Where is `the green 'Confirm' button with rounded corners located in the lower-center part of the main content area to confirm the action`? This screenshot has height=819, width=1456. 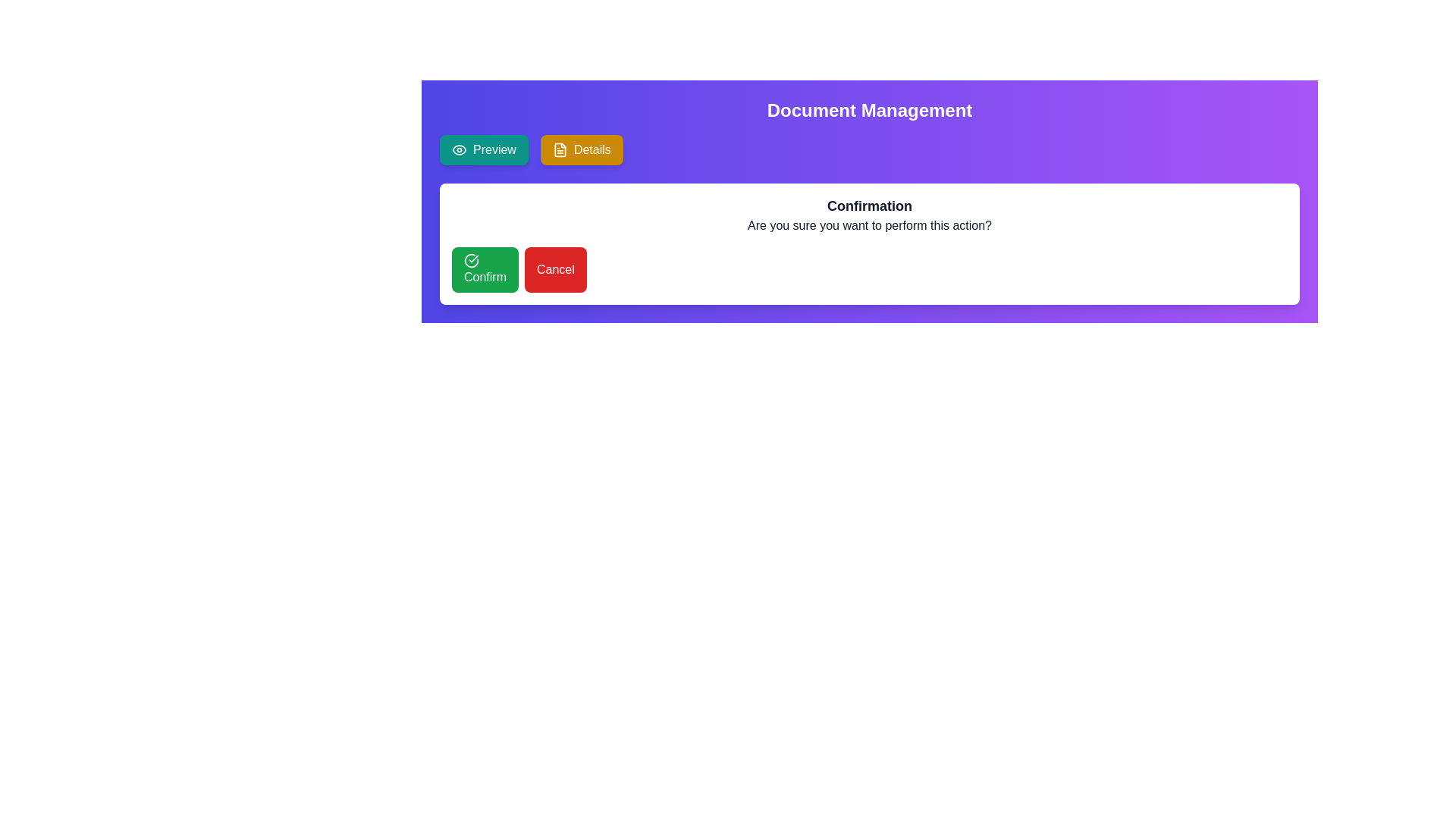
the green 'Confirm' button with rounded corners located in the lower-center part of the main content area to confirm the action is located at coordinates (484, 268).